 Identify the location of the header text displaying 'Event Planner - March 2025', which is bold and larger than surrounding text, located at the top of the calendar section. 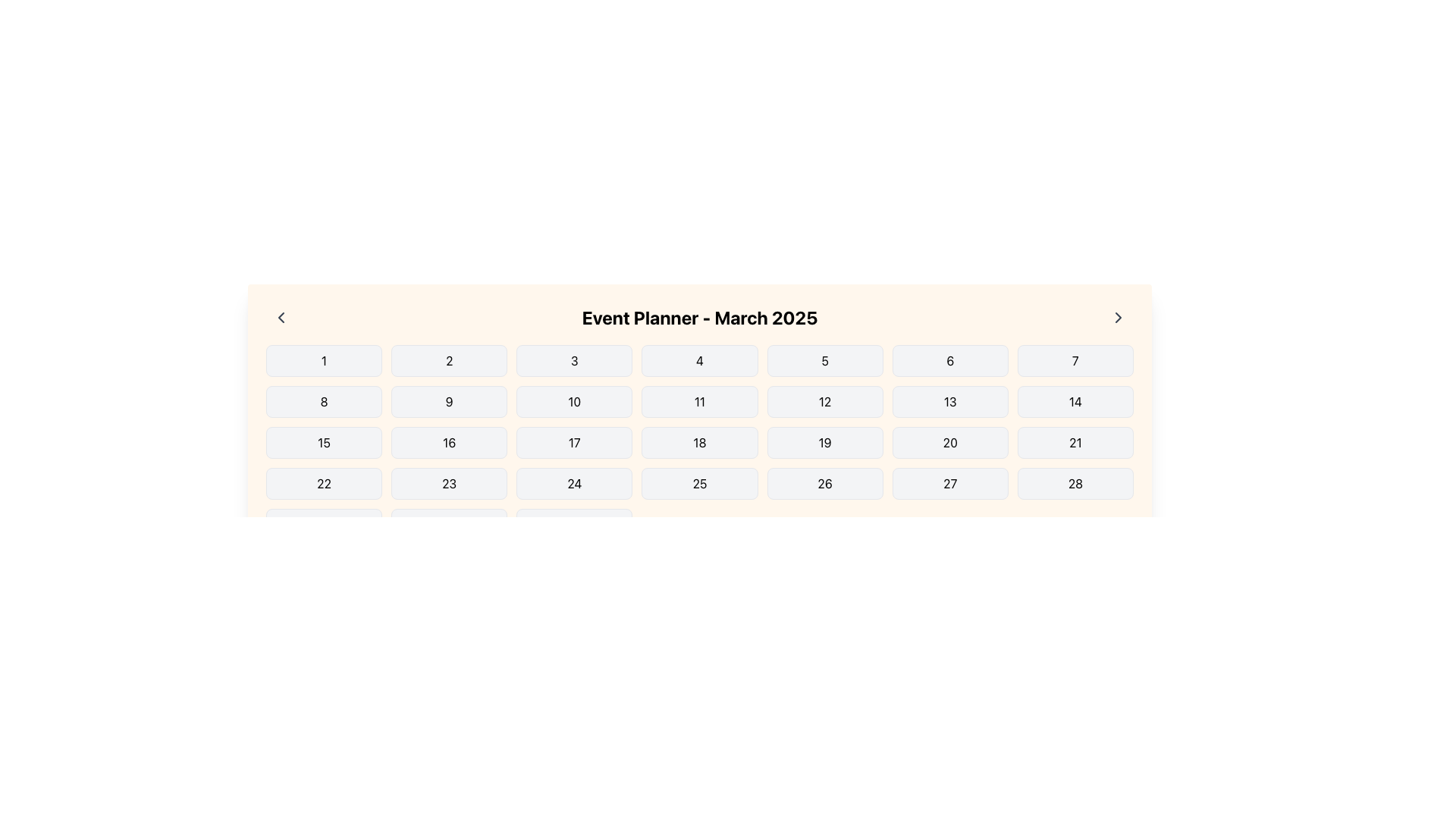
(698, 317).